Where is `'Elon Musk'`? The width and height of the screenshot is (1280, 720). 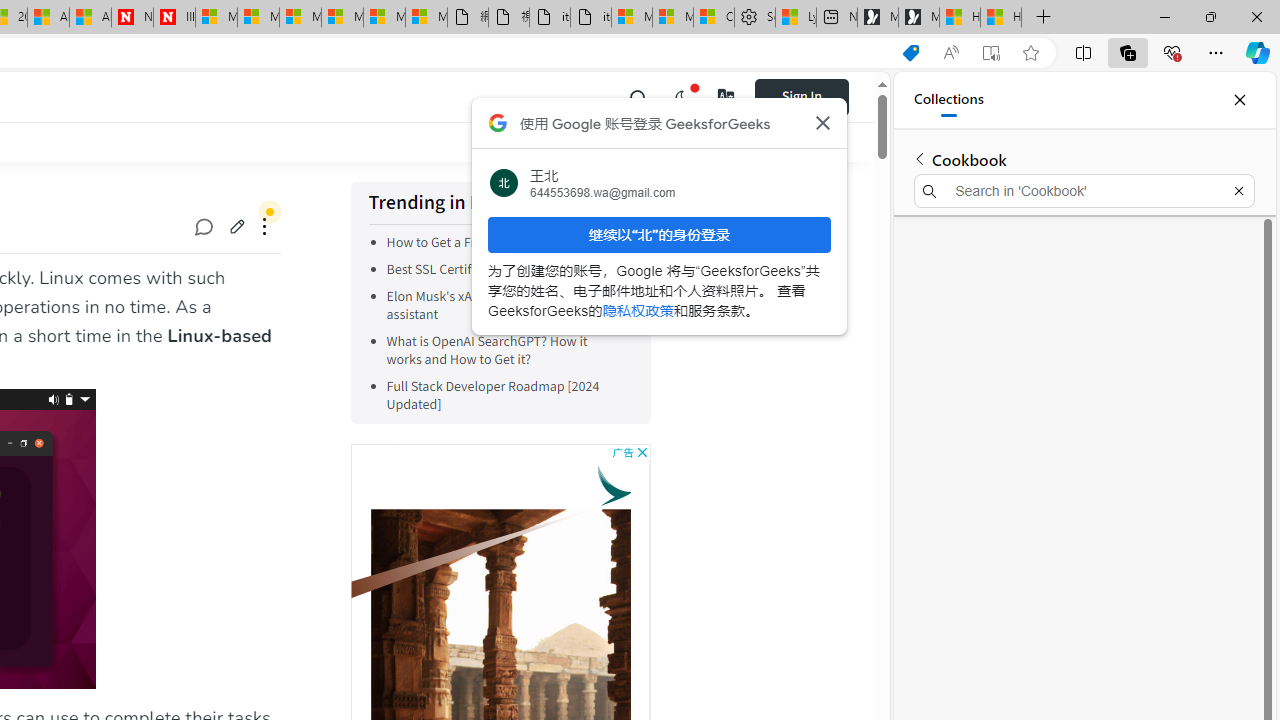 'Elon Musk' is located at coordinates (484, 306).